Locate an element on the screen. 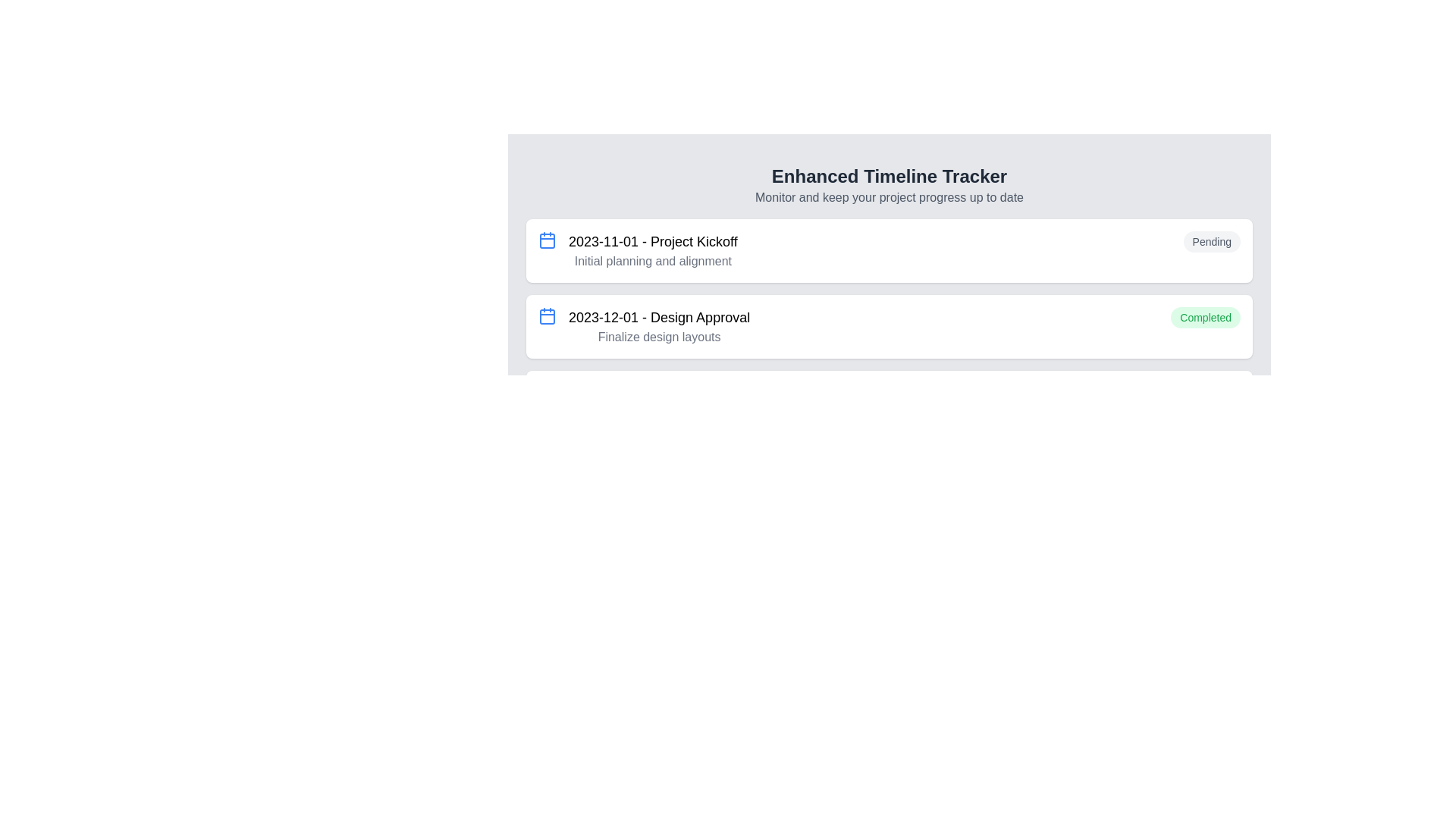 The image size is (1456, 819). small rounded rectangle that is centrally located within the calendar icon in the timeline tracker interface for development purposes is located at coordinates (546, 315).